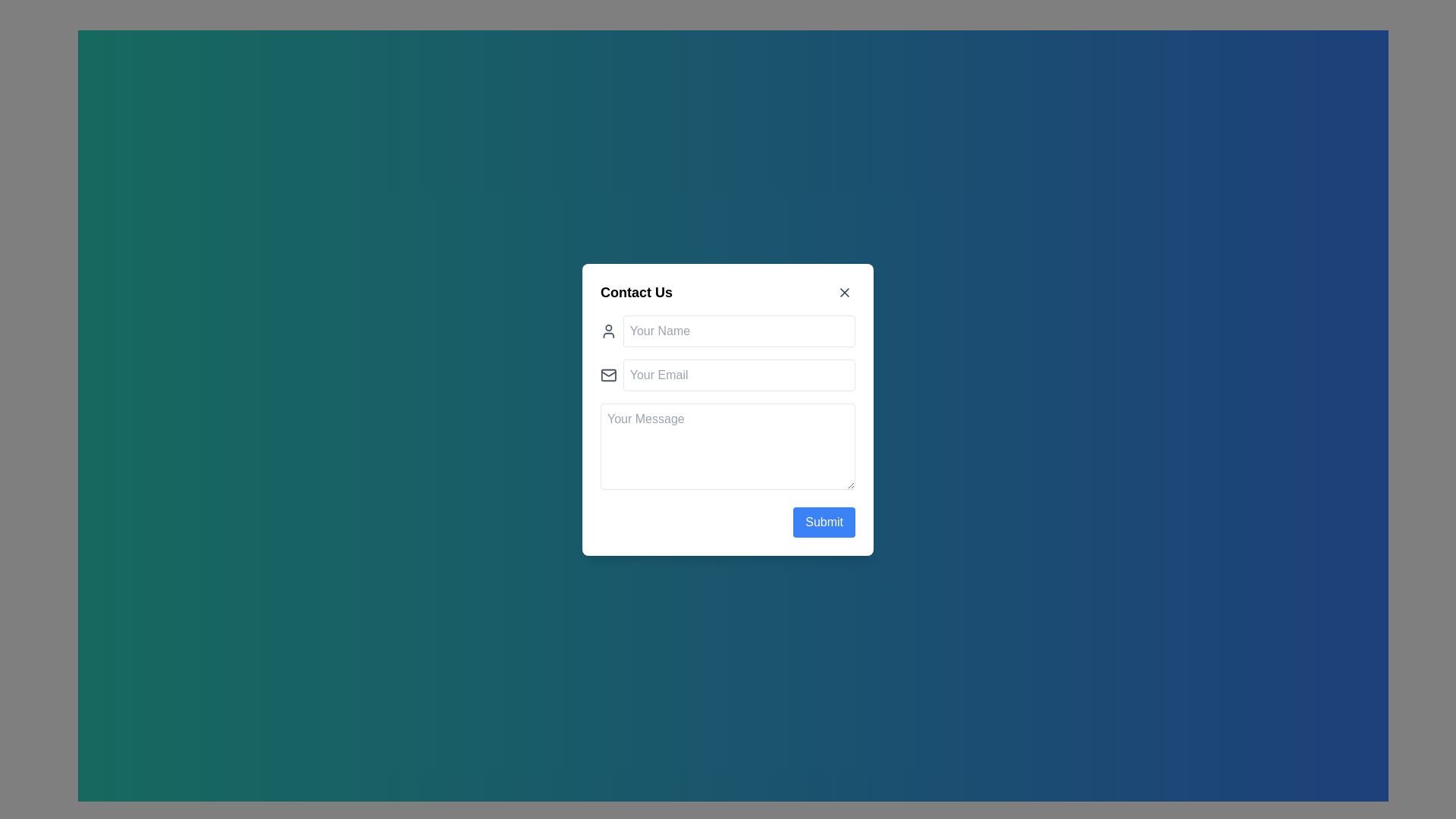  I want to click on the title text label at the top-left of the modal dialog, which serves as a header for the content within, so click(636, 292).